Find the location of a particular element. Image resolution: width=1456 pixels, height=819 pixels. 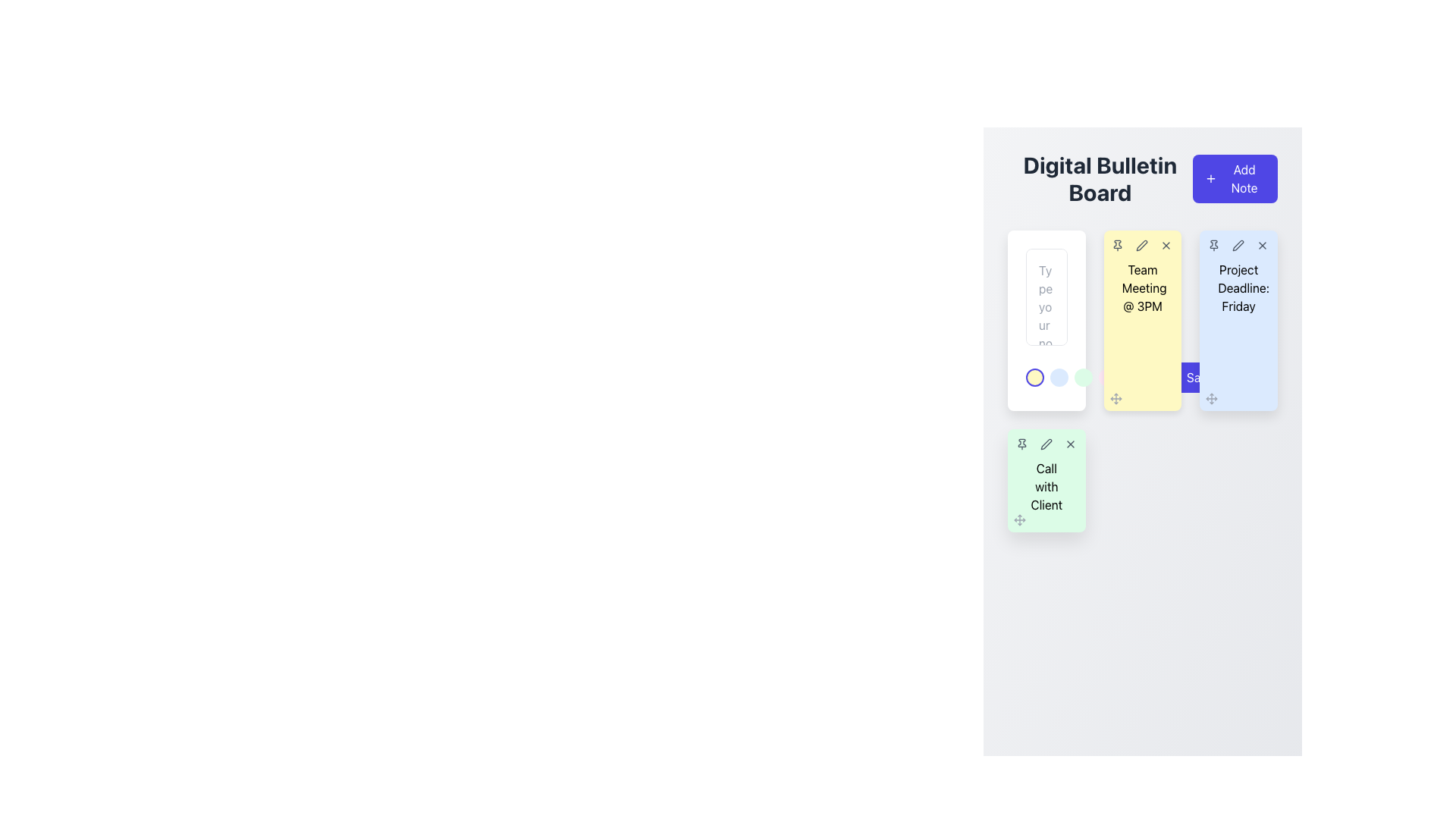

the pencil icon in the top-right corner of the yellow 'Team Meeting @ 3PM' card is located at coordinates (1142, 245).